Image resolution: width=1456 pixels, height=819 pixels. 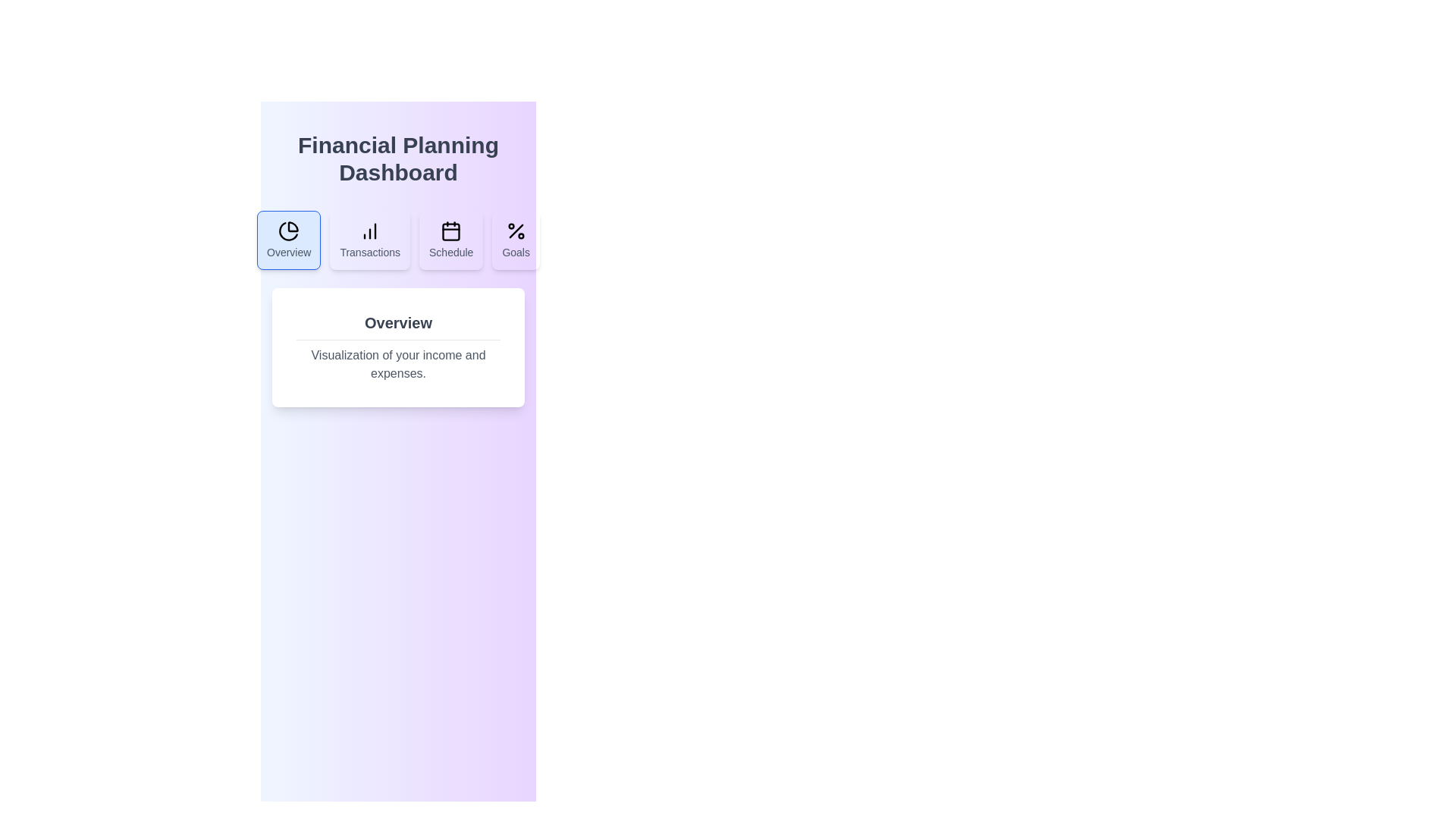 What do you see at coordinates (289, 231) in the screenshot?
I see `the 'Overview' icon located at the top left of the rectangular button labeled 'Overview', which serves as a visual indicator for the Overview category` at bounding box center [289, 231].